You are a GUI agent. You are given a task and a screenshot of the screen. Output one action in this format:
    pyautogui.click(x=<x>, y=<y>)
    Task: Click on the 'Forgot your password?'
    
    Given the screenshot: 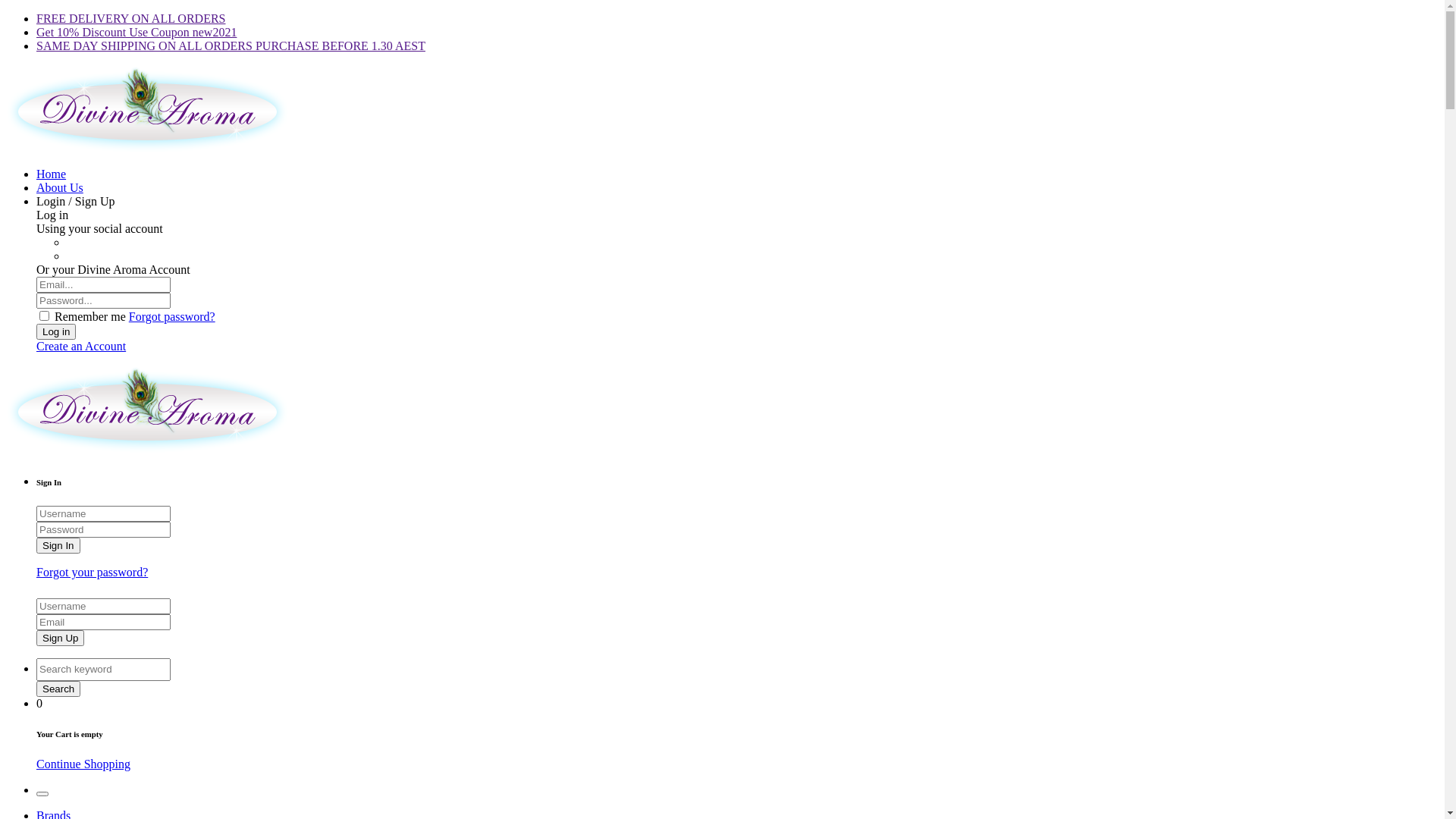 What is the action you would take?
    pyautogui.click(x=91, y=572)
    